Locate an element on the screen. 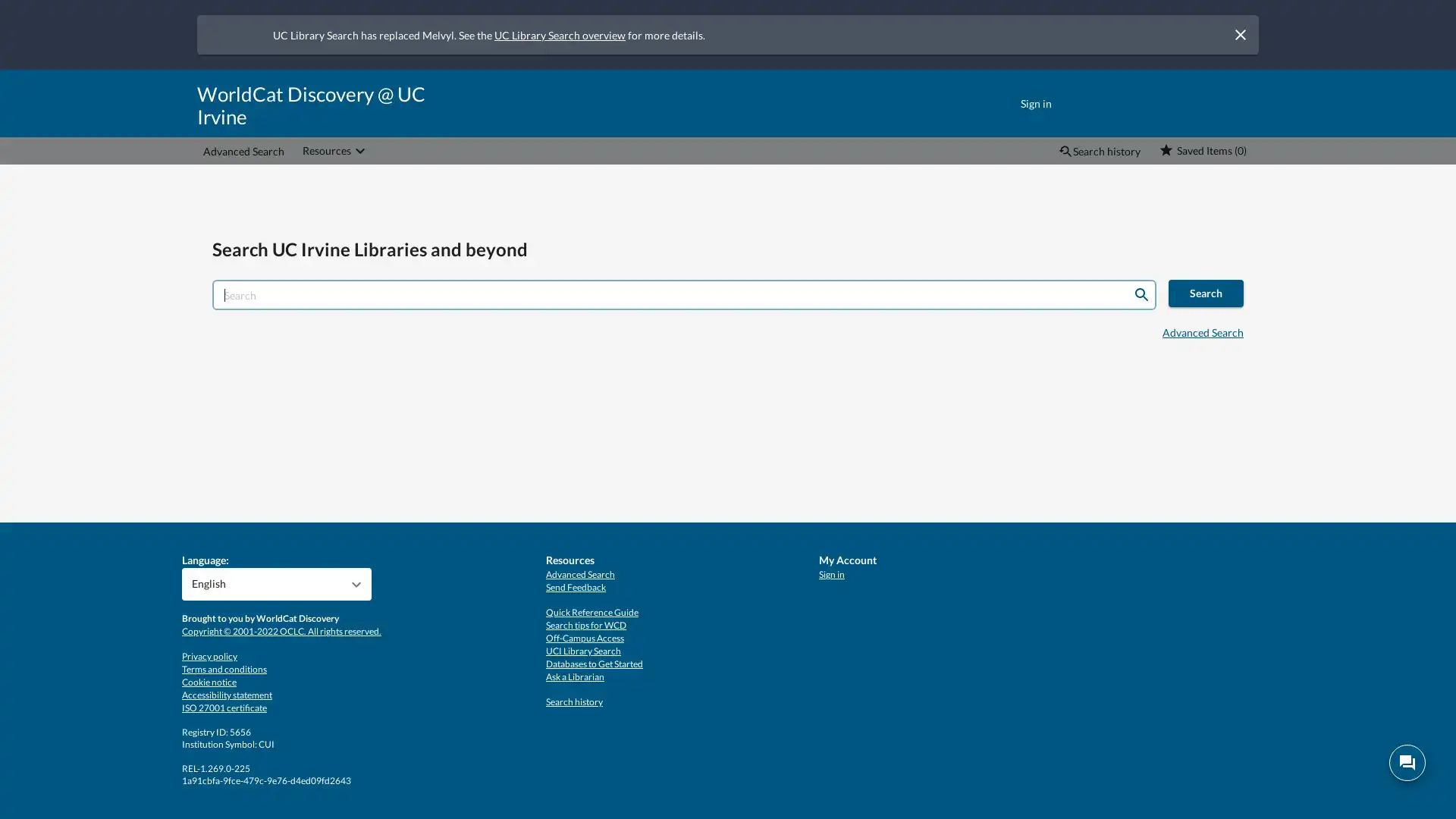 The image size is (1456, 819). Resources is located at coordinates (334, 151).